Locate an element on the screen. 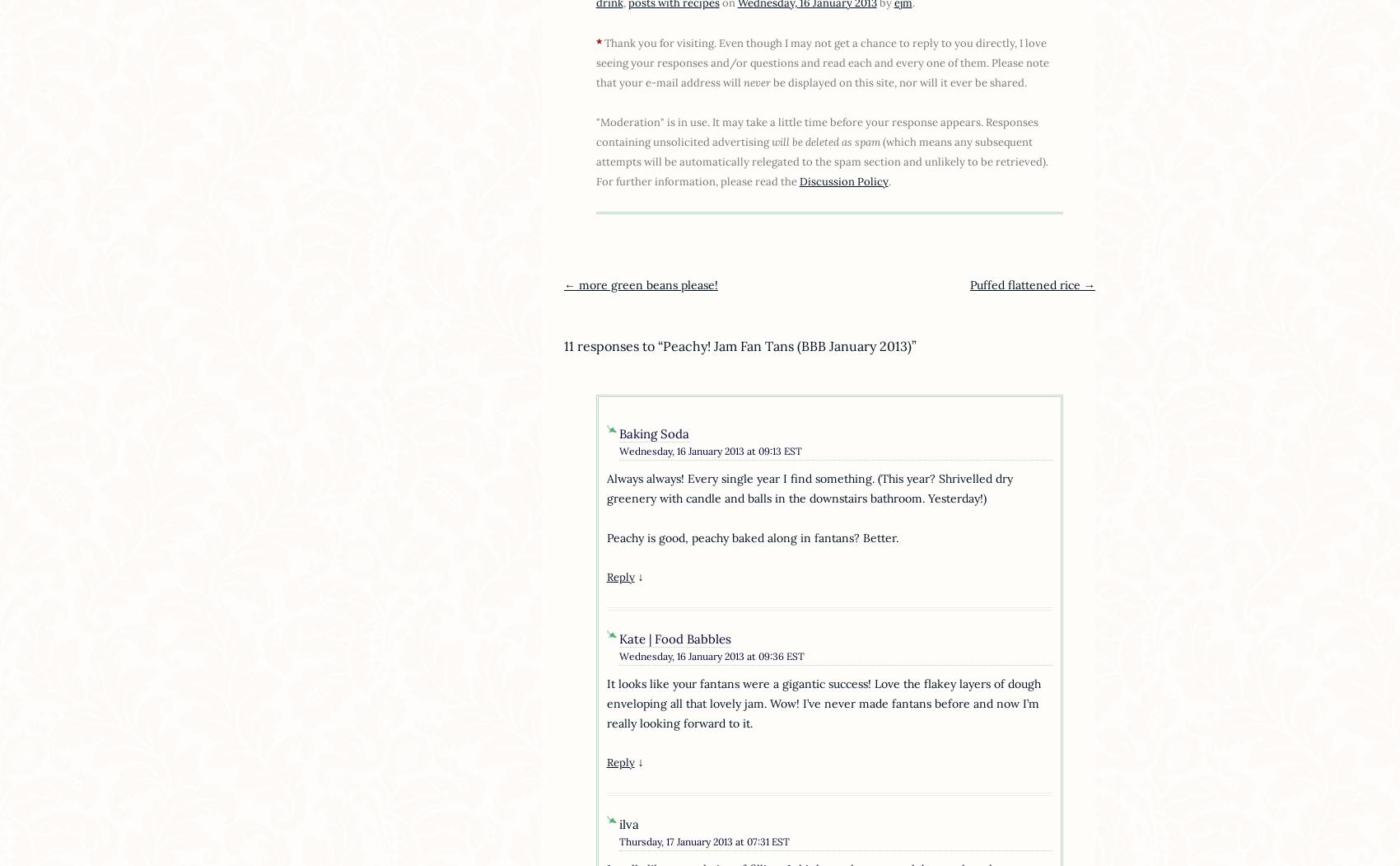  'ilva' is located at coordinates (618, 824).